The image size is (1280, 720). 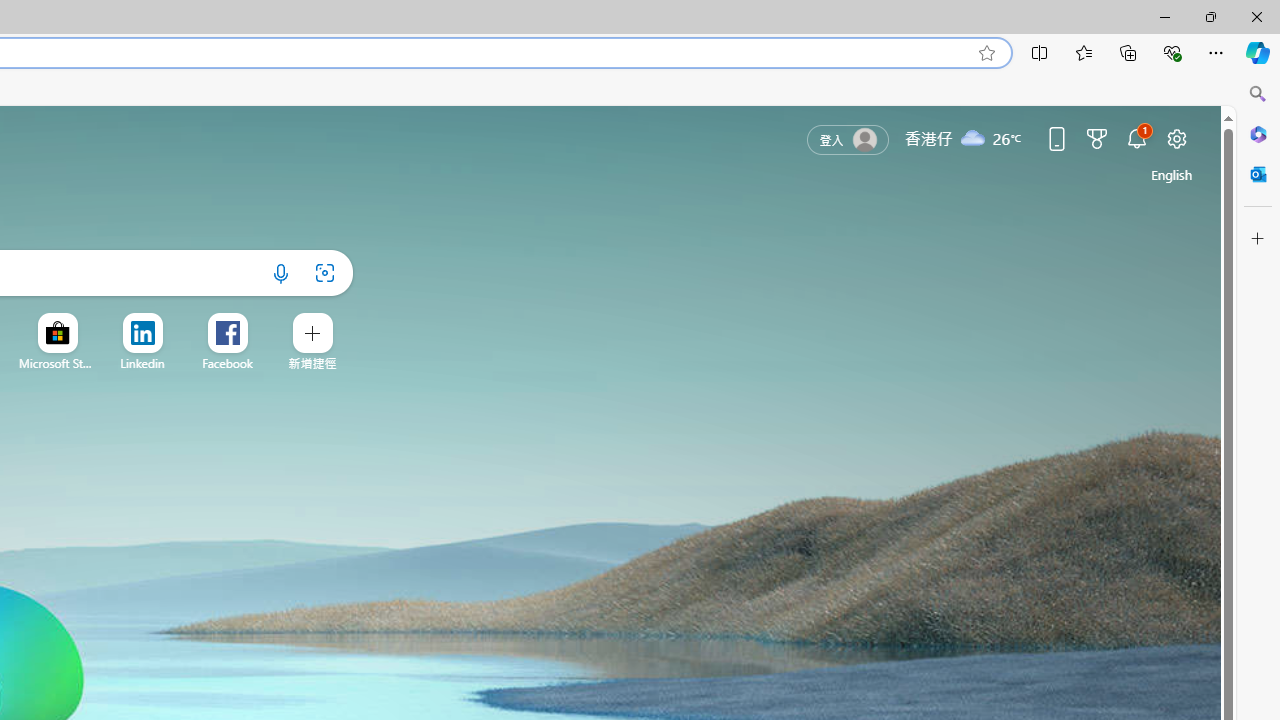 I want to click on 'Microsoft Rewards', so click(x=1095, y=137).